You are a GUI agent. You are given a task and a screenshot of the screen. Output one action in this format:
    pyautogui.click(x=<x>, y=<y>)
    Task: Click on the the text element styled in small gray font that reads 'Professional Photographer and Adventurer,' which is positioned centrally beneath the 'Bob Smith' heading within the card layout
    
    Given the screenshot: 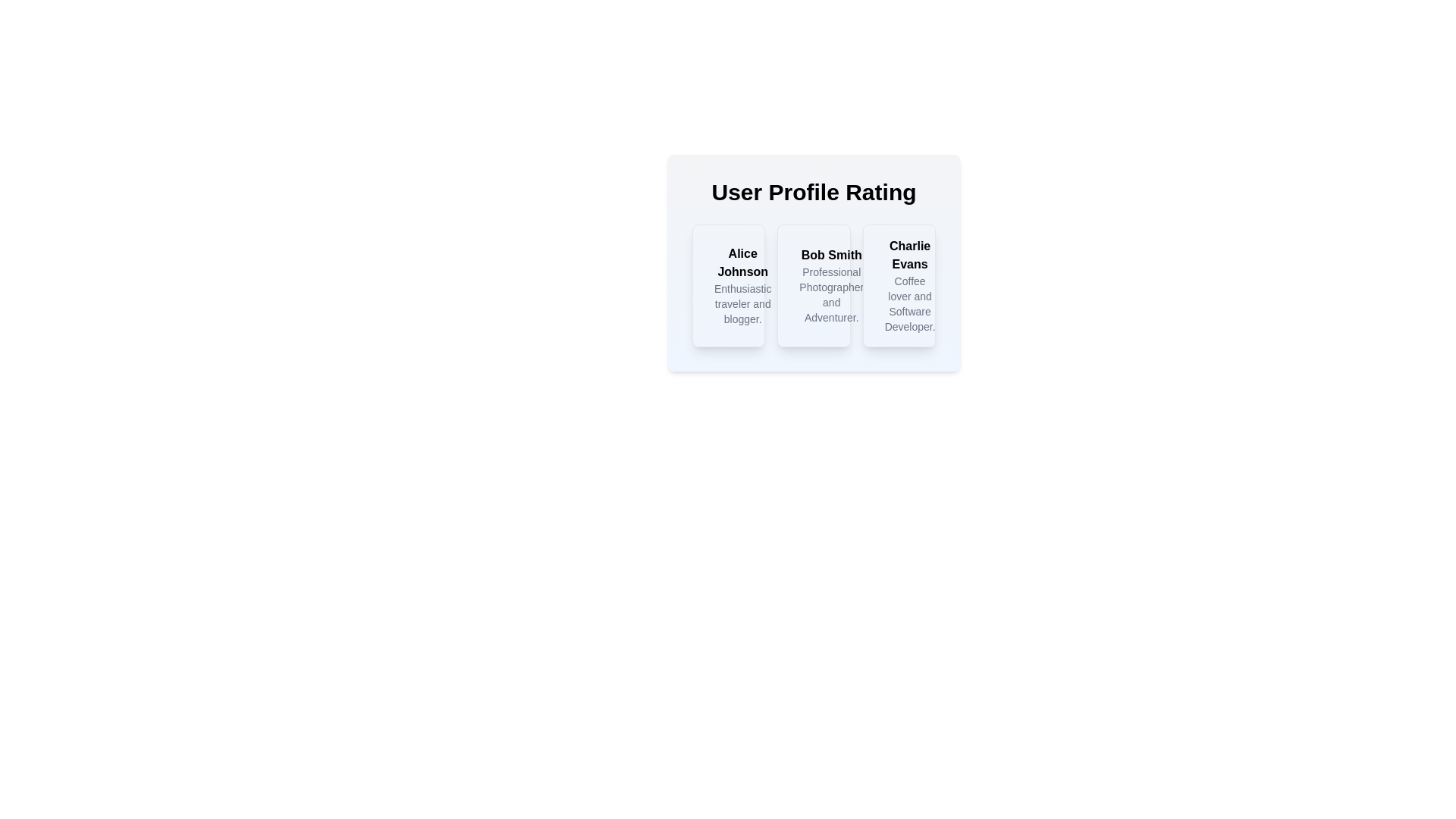 What is the action you would take?
    pyautogui.click(x=830, y=295)
    